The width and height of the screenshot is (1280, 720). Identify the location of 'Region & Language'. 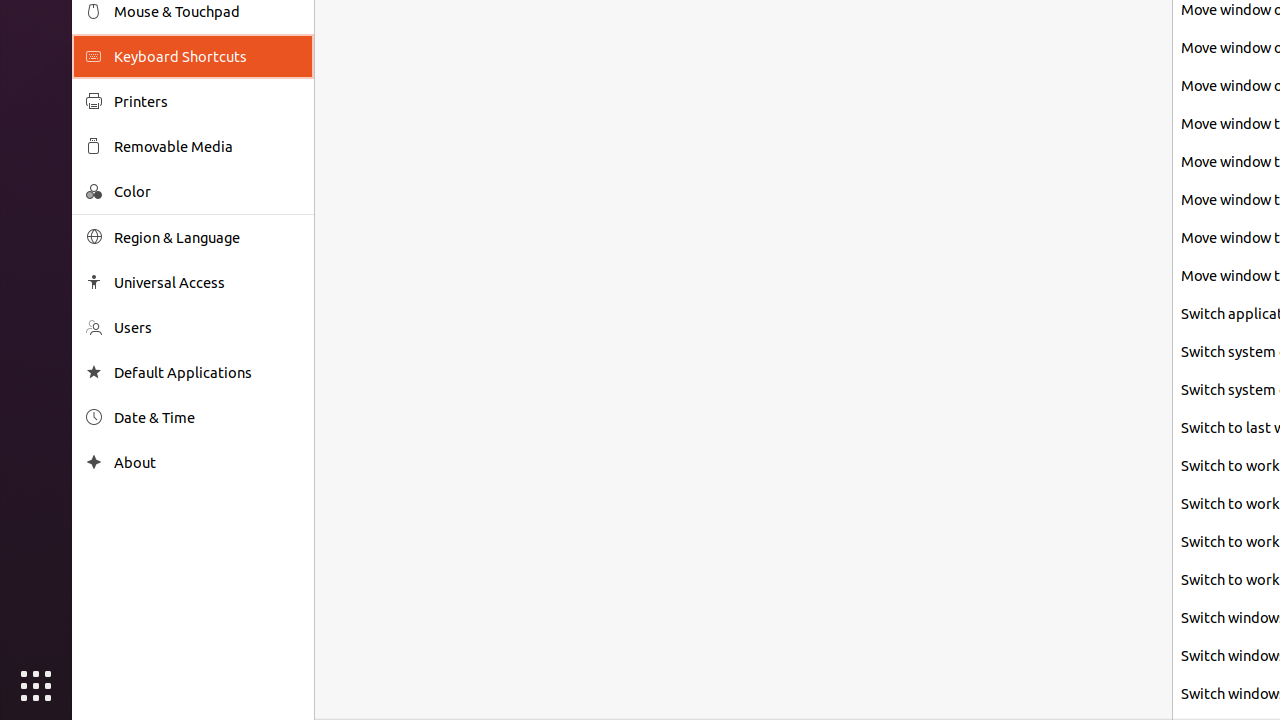
(206, 236).